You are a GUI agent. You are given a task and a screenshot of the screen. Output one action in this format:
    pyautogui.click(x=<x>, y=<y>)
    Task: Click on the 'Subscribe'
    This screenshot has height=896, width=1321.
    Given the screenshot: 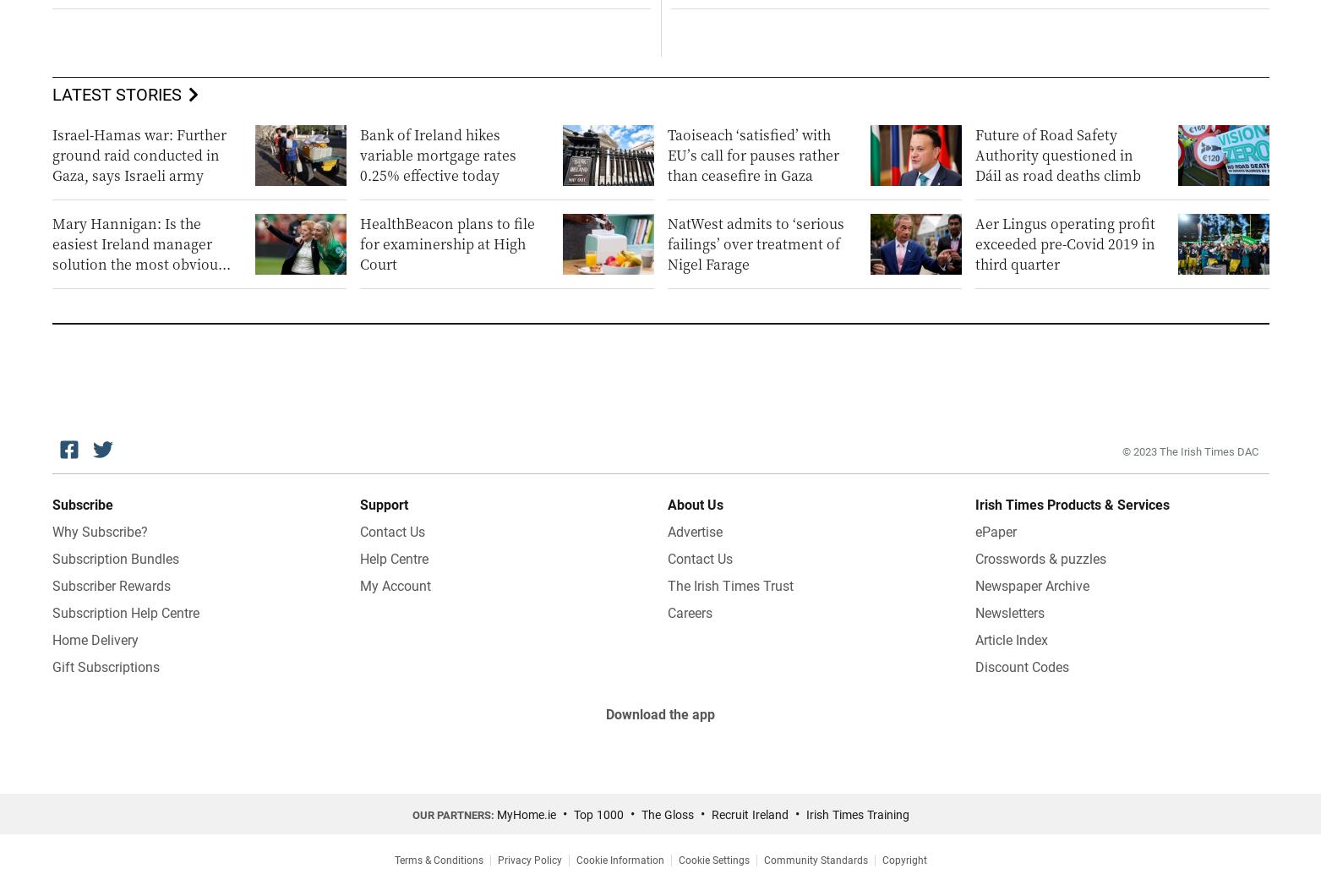 What is the action you would take?
    pyautogui.click(x=82, y=504)
    